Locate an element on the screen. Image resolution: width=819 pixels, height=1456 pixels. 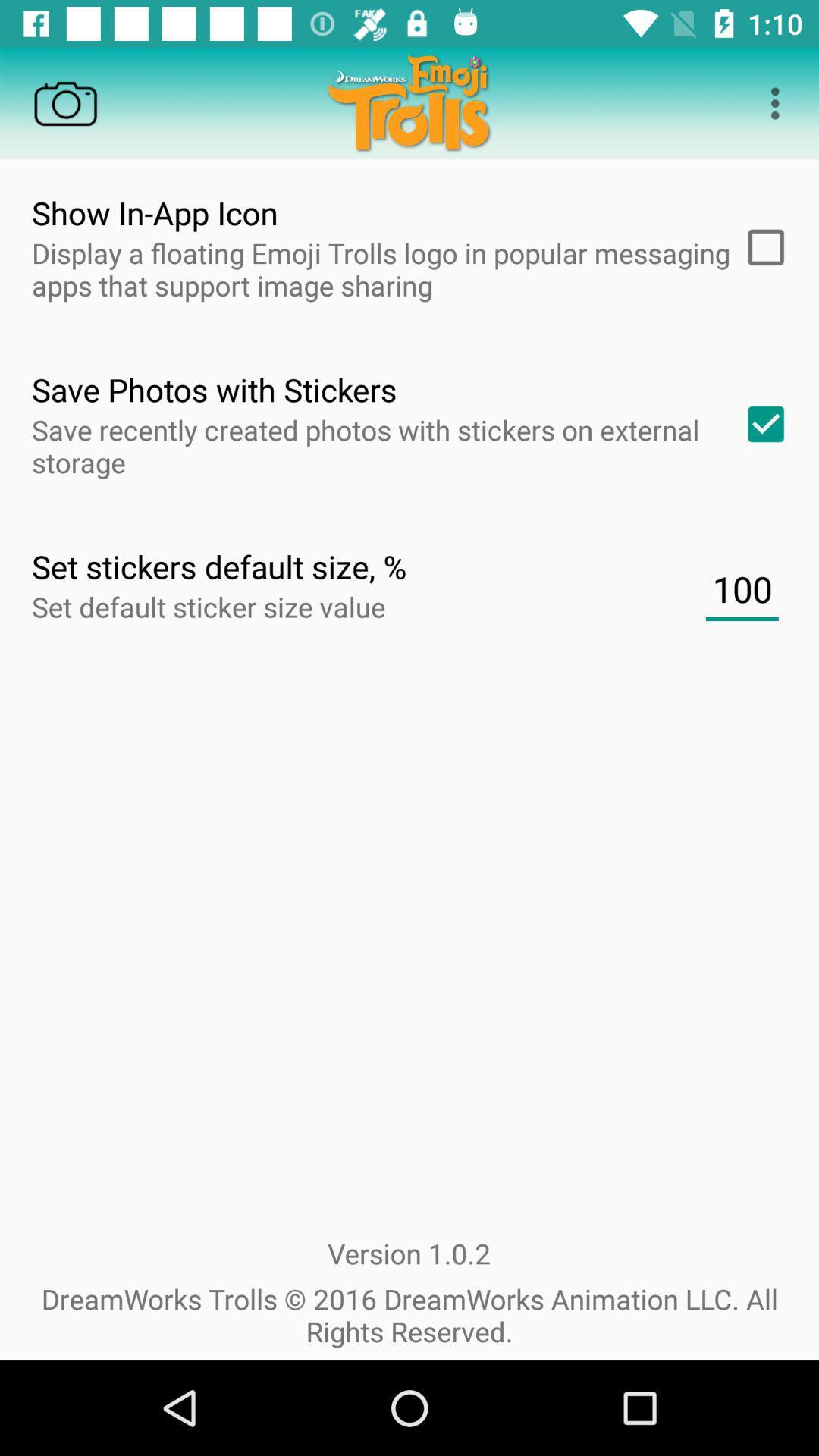
function is located at coordinates (761, 247).